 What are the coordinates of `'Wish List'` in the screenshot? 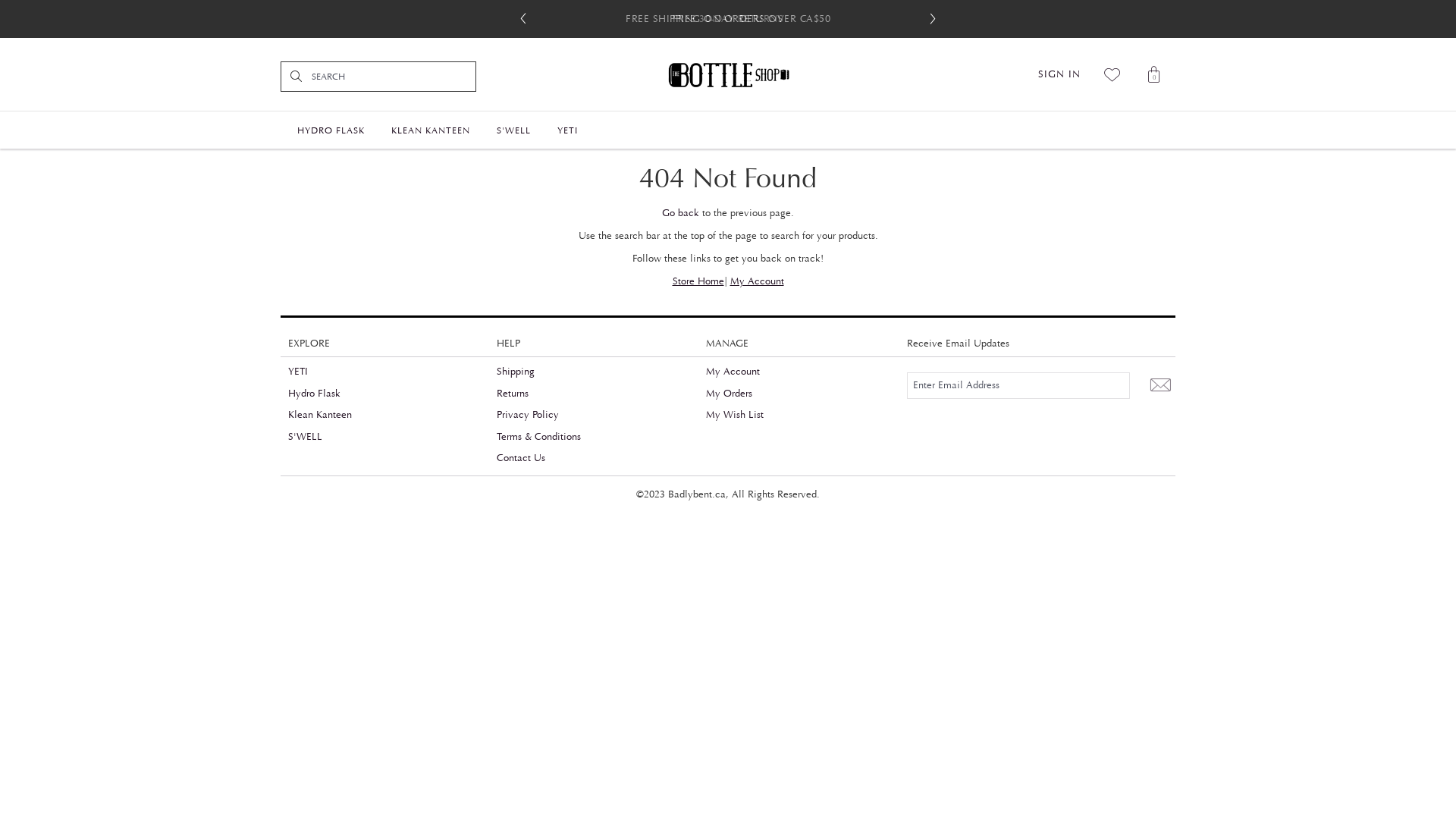 It's located at (1112, 74).